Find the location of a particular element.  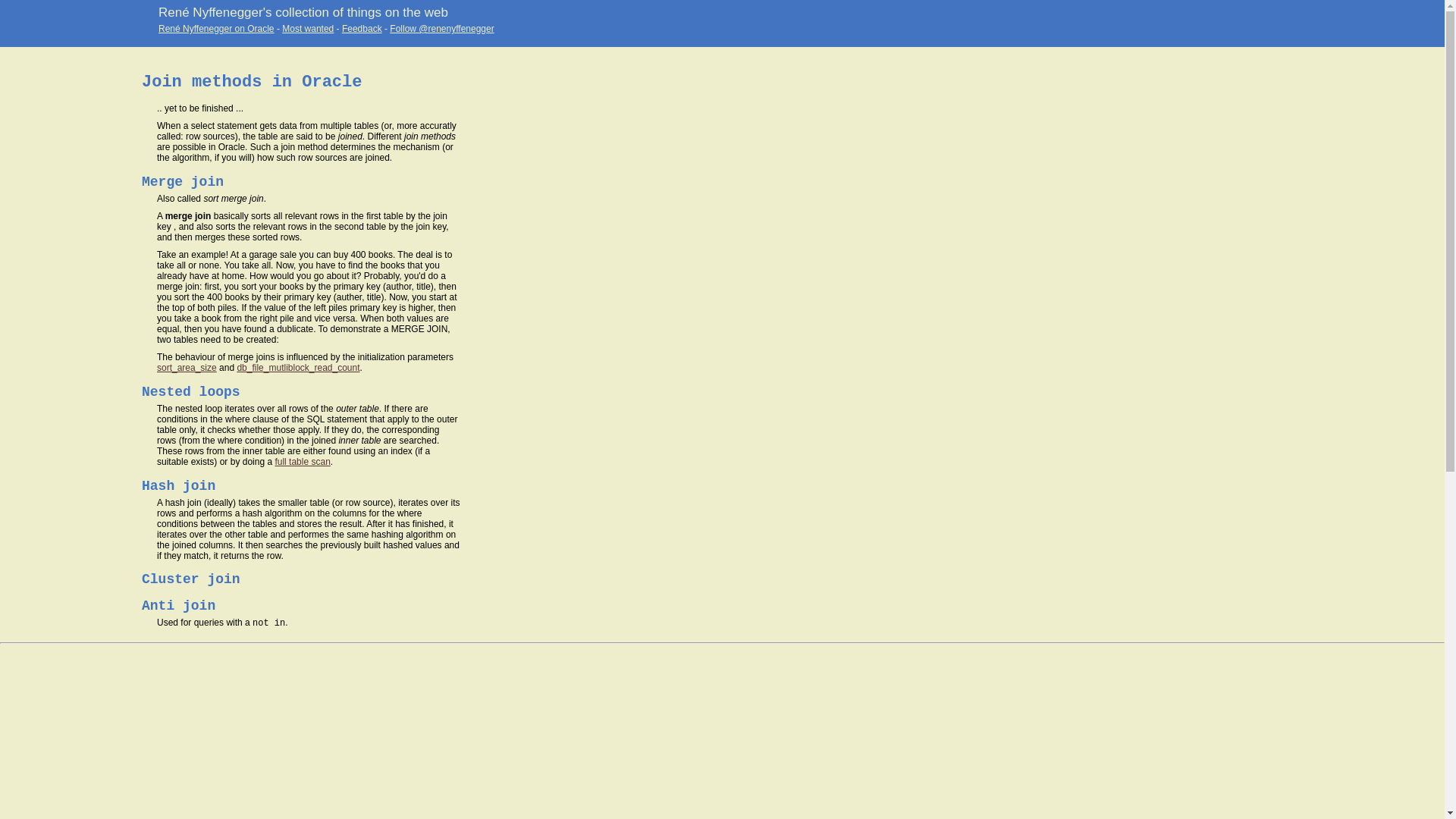

'Most wanted' is located at coordinates (282, 29).